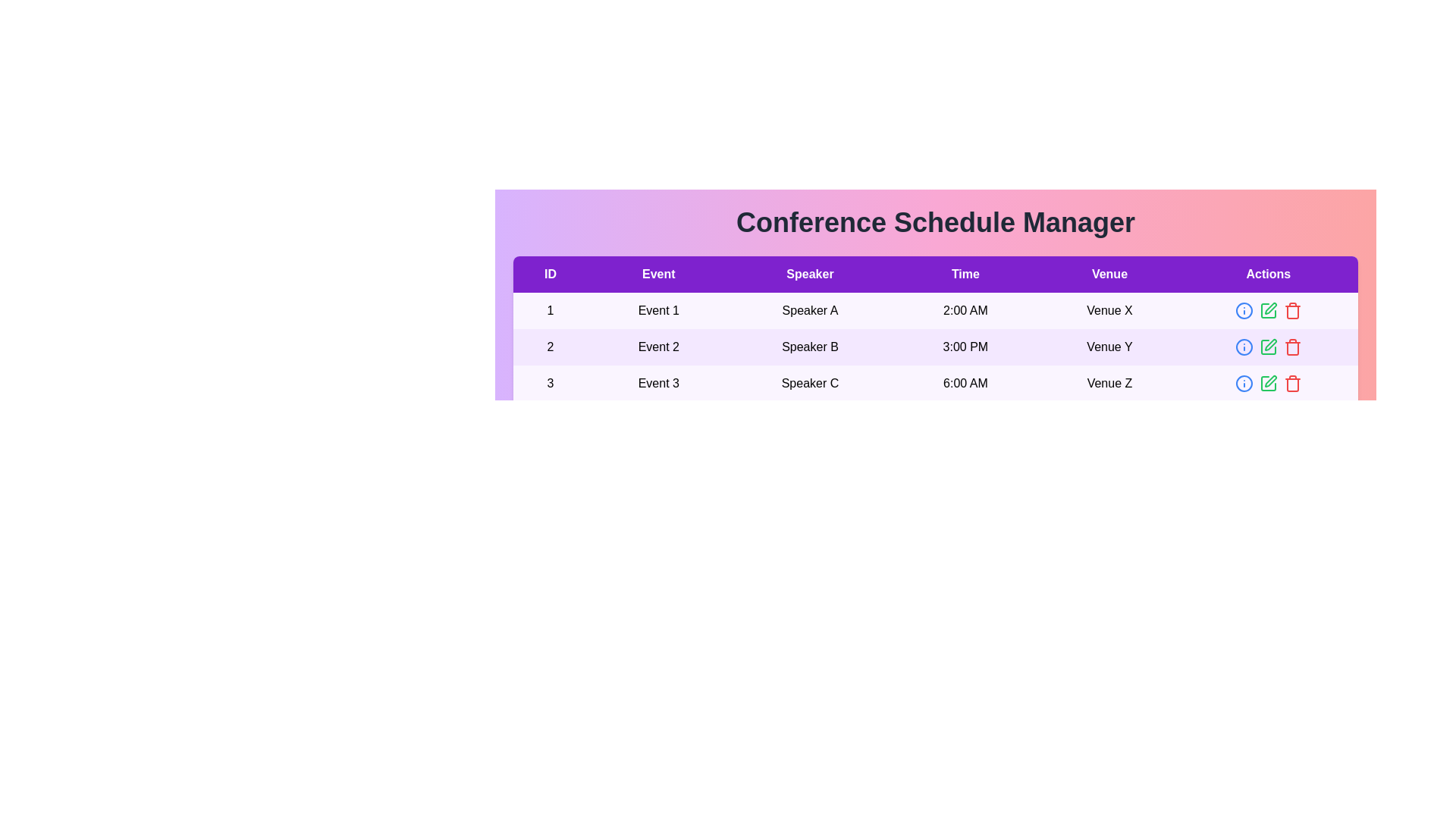 Image resolution: width=1456 pixels, height=819 pixels. I want to click on the row corresponding to 2, so click(934, 347).